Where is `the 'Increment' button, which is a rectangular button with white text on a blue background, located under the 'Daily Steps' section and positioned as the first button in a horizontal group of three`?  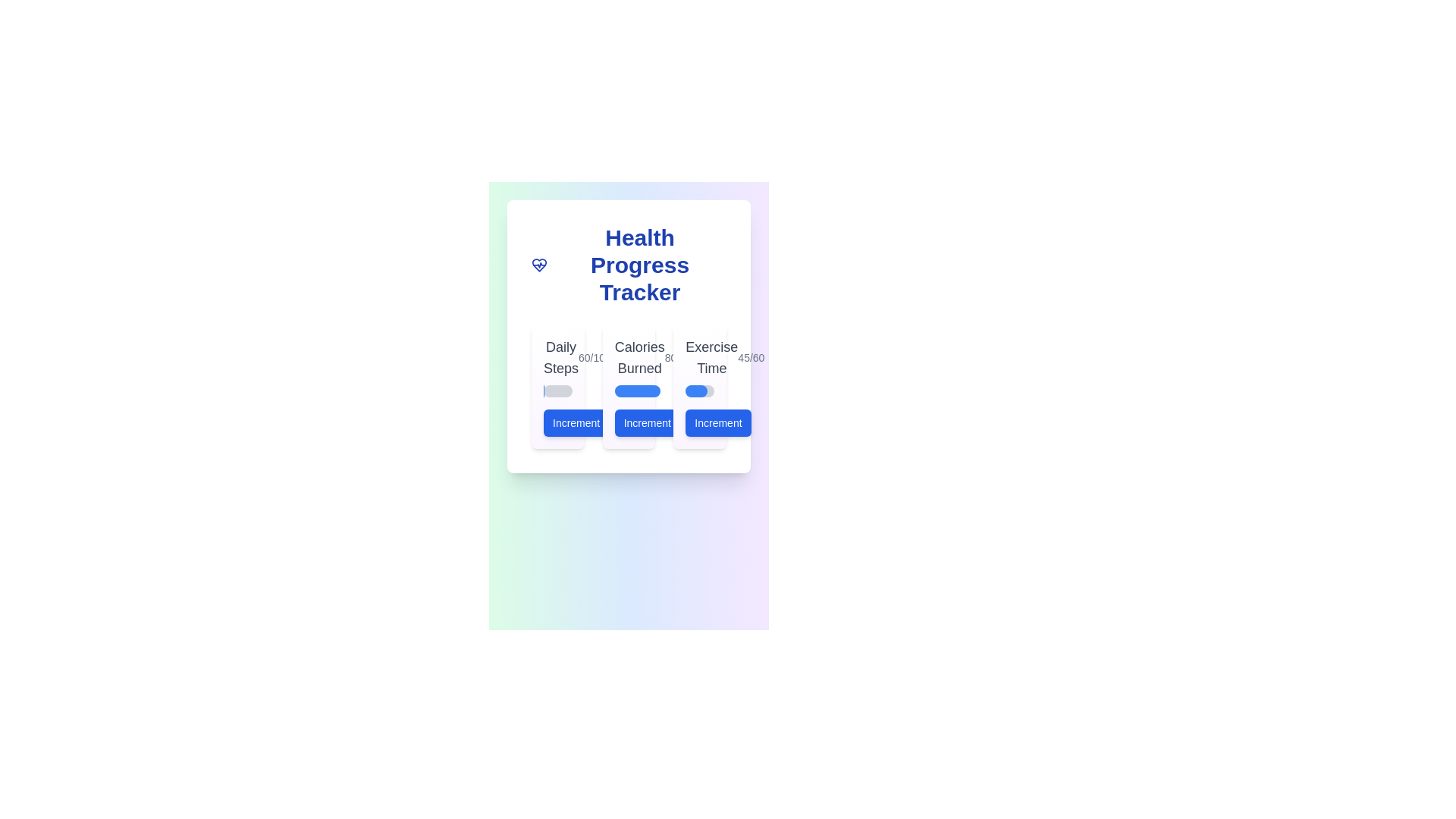
the 'Increment' button, which is a rectangular button with white text on a blue background, located under the 'Daily Steps' section and positioned as the first button in a horizontal group of three is located at coordinates (576, 423).